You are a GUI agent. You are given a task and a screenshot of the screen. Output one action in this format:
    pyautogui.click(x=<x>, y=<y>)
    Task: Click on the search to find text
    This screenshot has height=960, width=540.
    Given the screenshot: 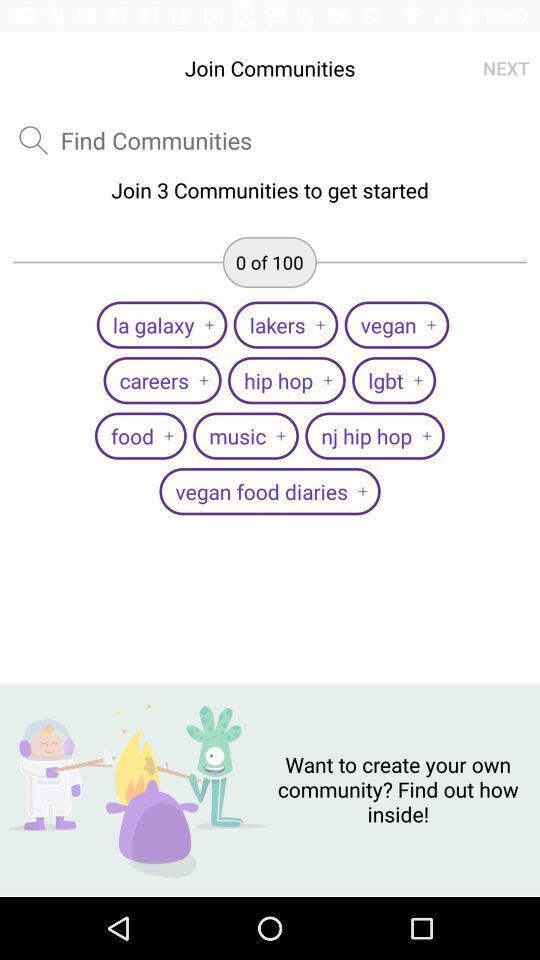 What is the action you would take?
    pyautogui.click(x=32, y=139)
    